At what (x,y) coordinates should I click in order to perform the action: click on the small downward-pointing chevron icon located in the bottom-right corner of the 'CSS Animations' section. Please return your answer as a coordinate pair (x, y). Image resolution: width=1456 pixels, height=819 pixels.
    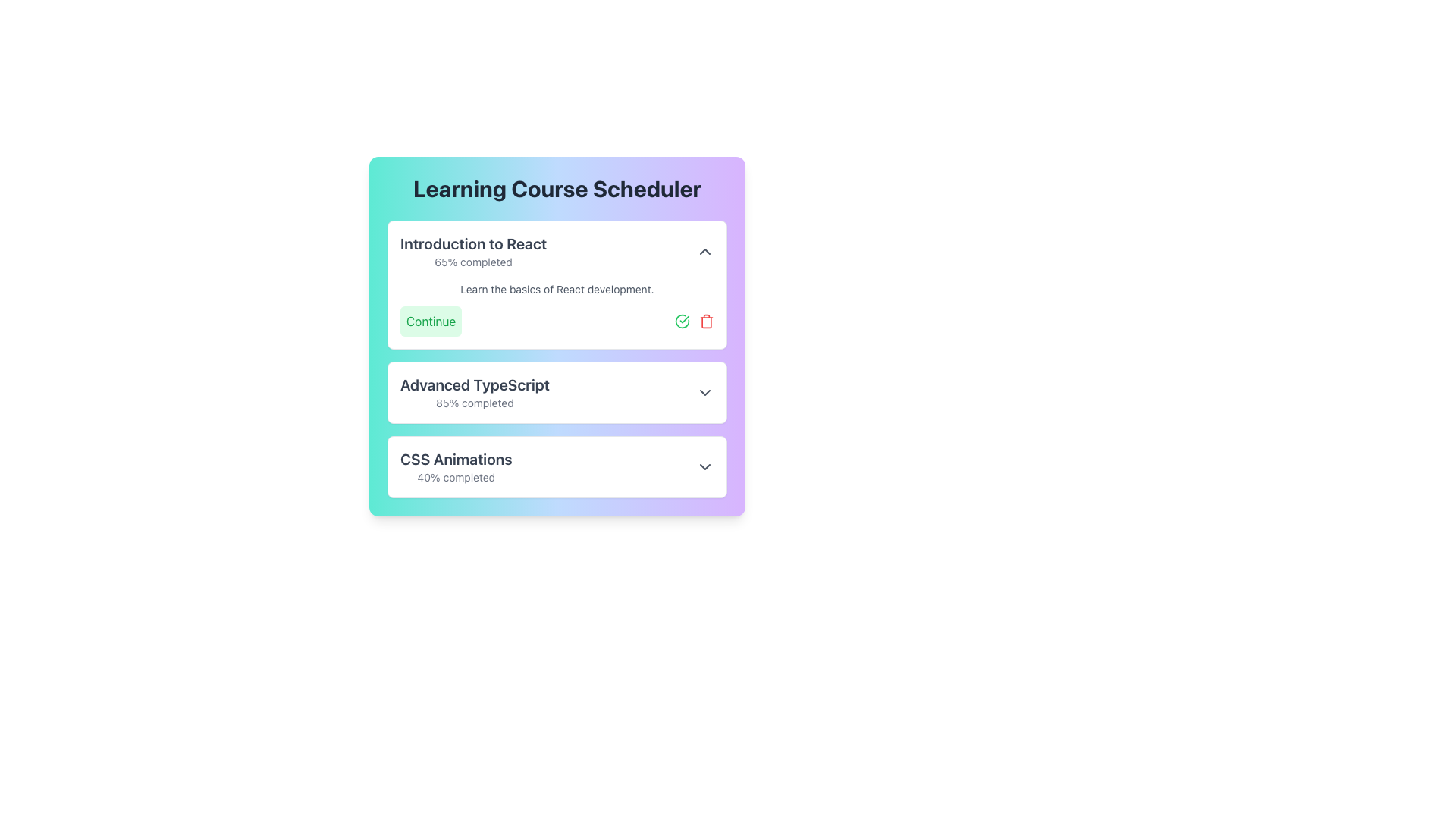
    Looking at the image, I should click on (704, 466).